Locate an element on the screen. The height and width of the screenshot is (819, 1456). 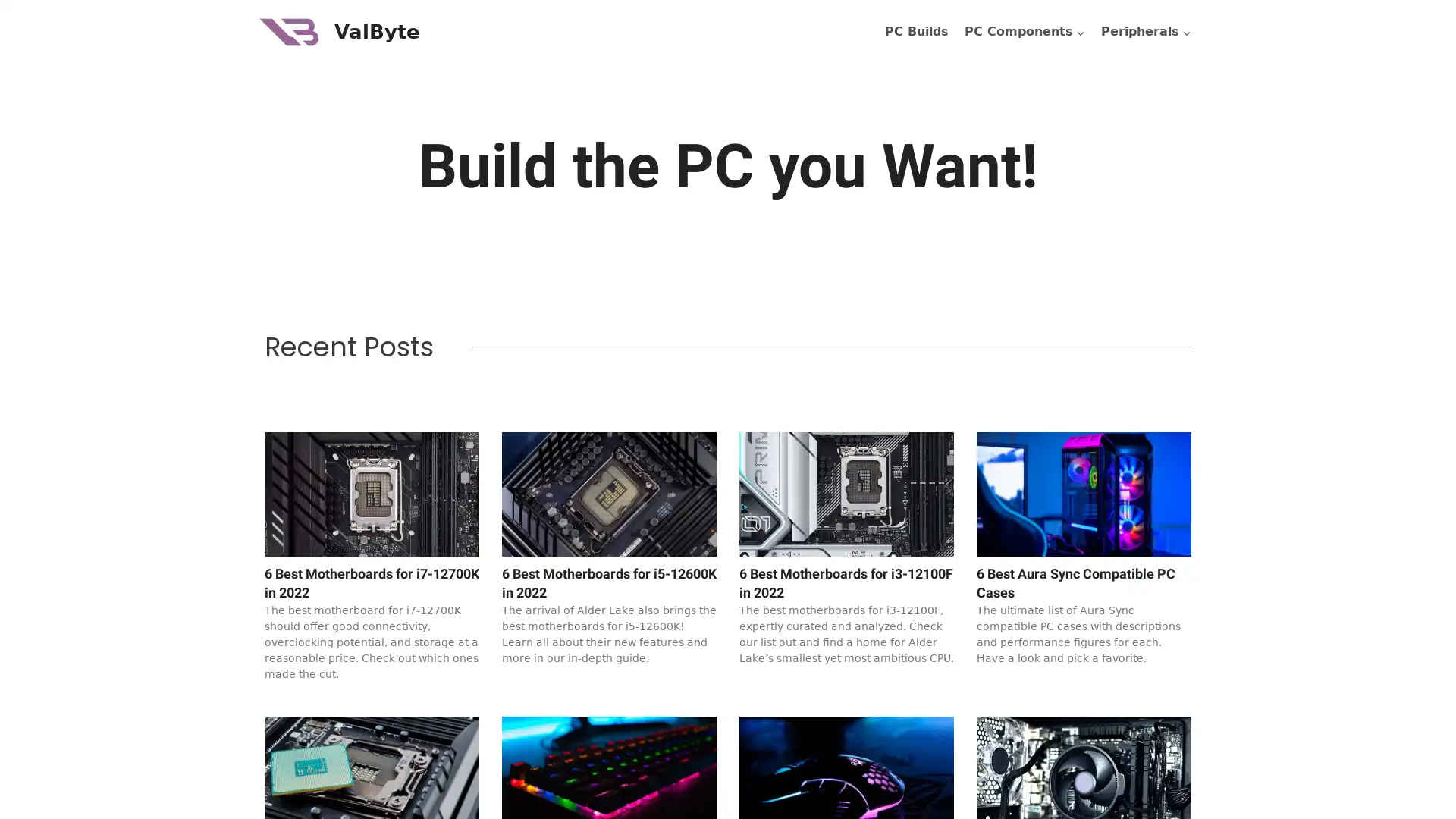
Expand child menu is located at coordinates (1146, 32).